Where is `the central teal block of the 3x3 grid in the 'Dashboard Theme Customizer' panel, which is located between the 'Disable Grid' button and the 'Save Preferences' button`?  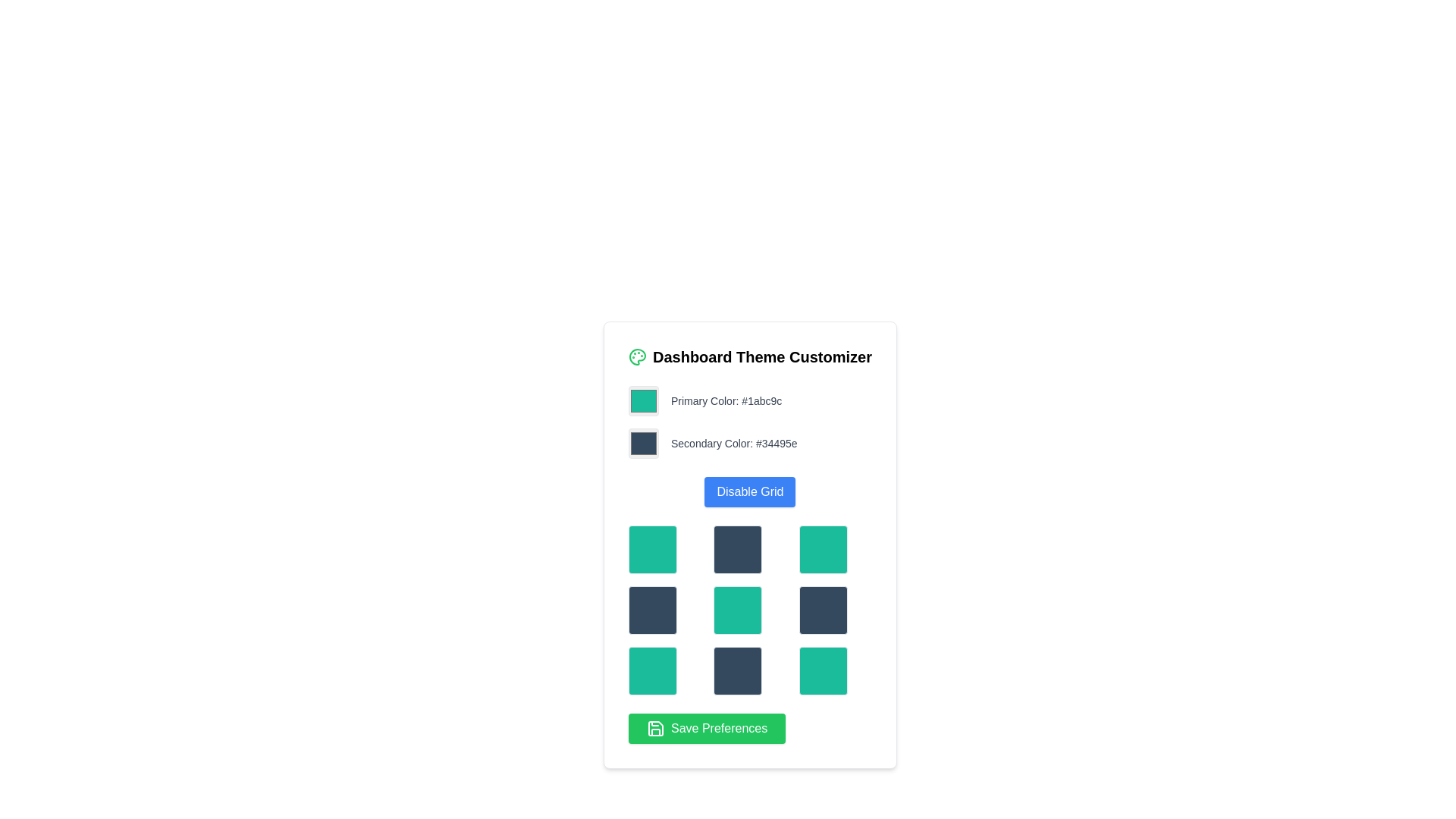 the central teal block of the 3x3 grid in the 'Dashboard Theme Customizer' panel, which is located between the 'Disable Grid' button and the 'Save Preferences' button is located at coordinates (750, 610).